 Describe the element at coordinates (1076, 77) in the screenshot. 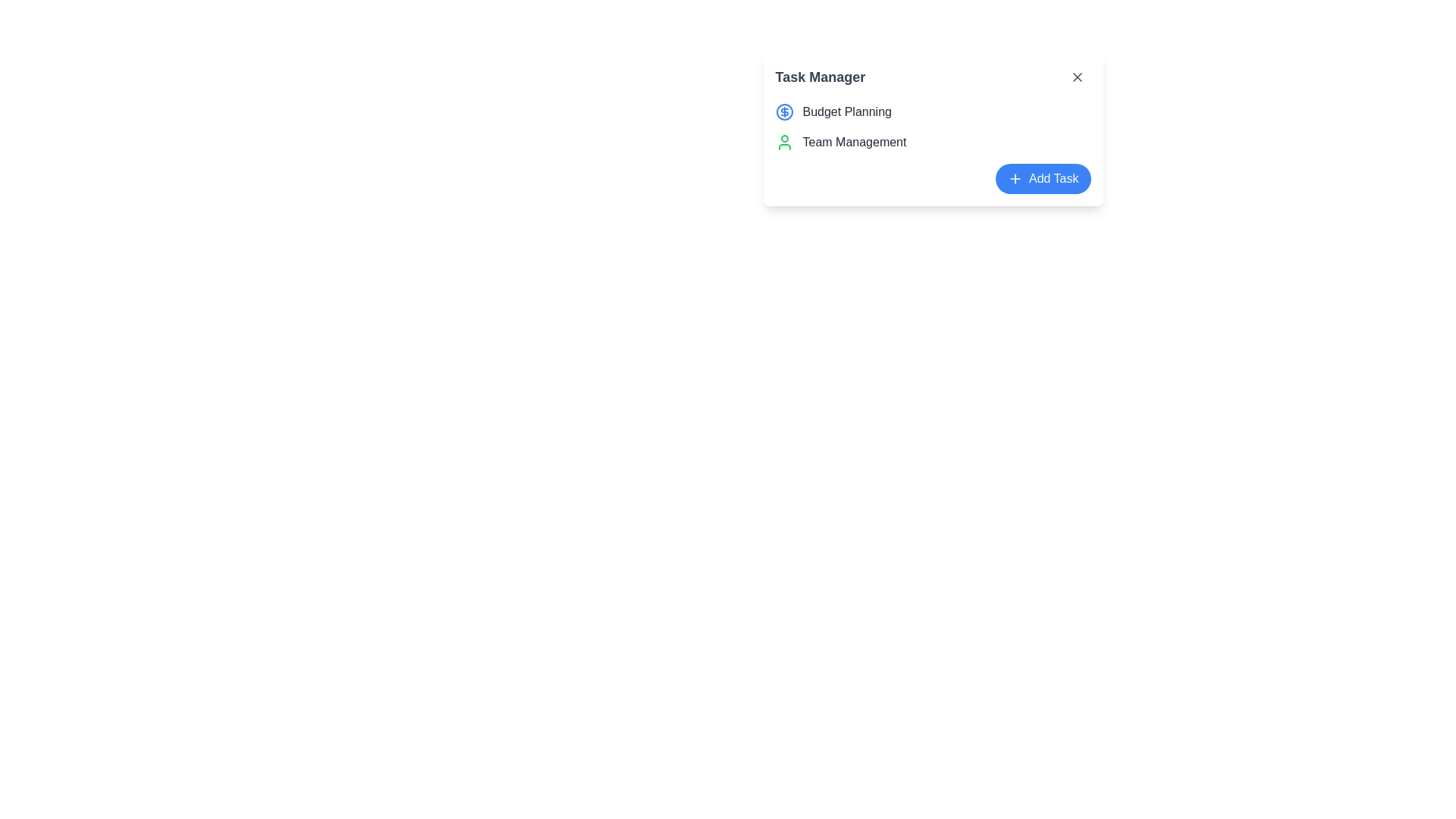

I see `the small square button with a gray border containing an 'X' icon located at the top-right corner of the 'Task Manager' panel to observe any hover effects` at that location.